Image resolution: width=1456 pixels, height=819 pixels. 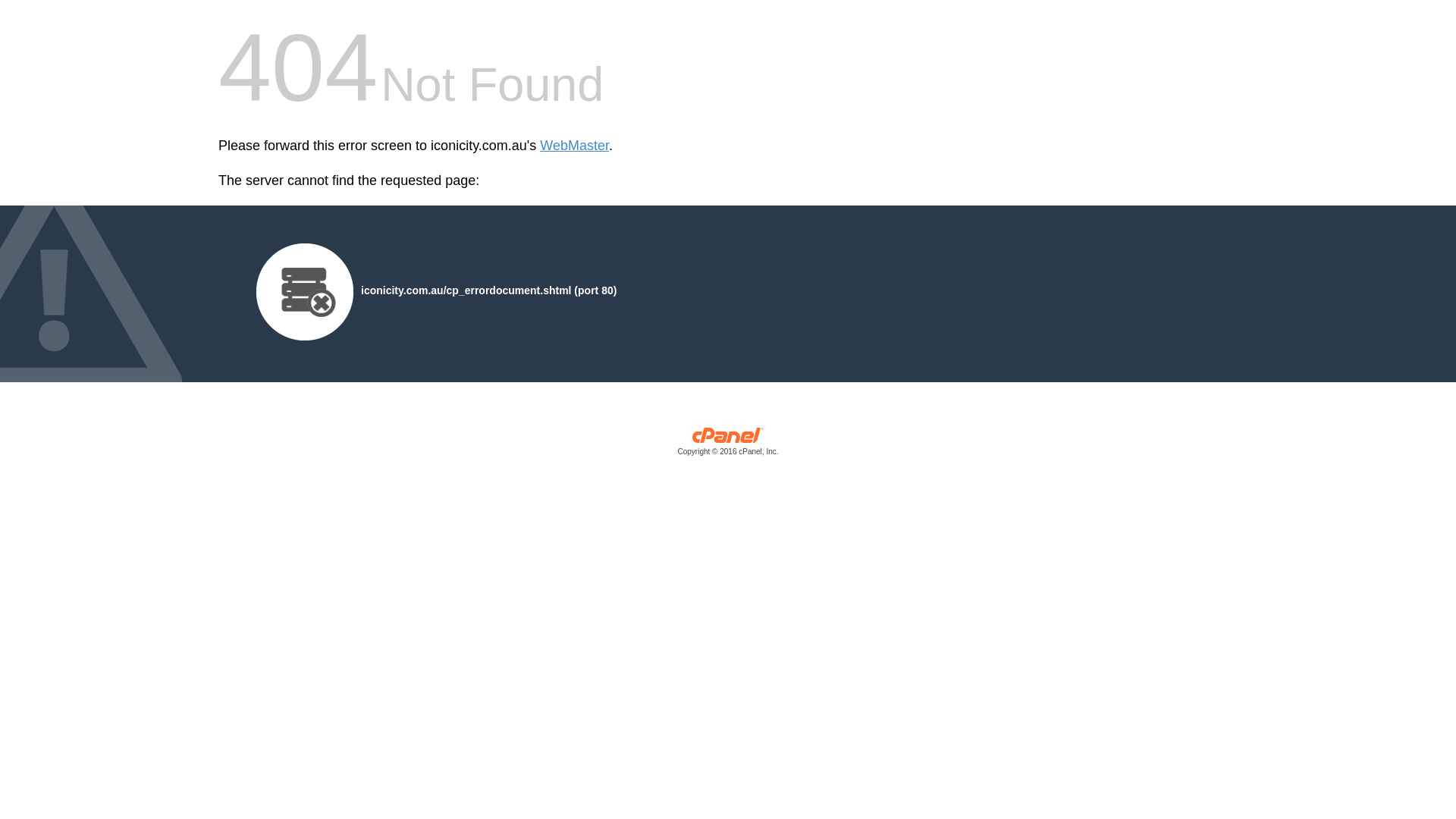 What do you see at coordinates (539, 146) in the screenshot?
I see `'WebMaster'` at bounding box center [539, 146].